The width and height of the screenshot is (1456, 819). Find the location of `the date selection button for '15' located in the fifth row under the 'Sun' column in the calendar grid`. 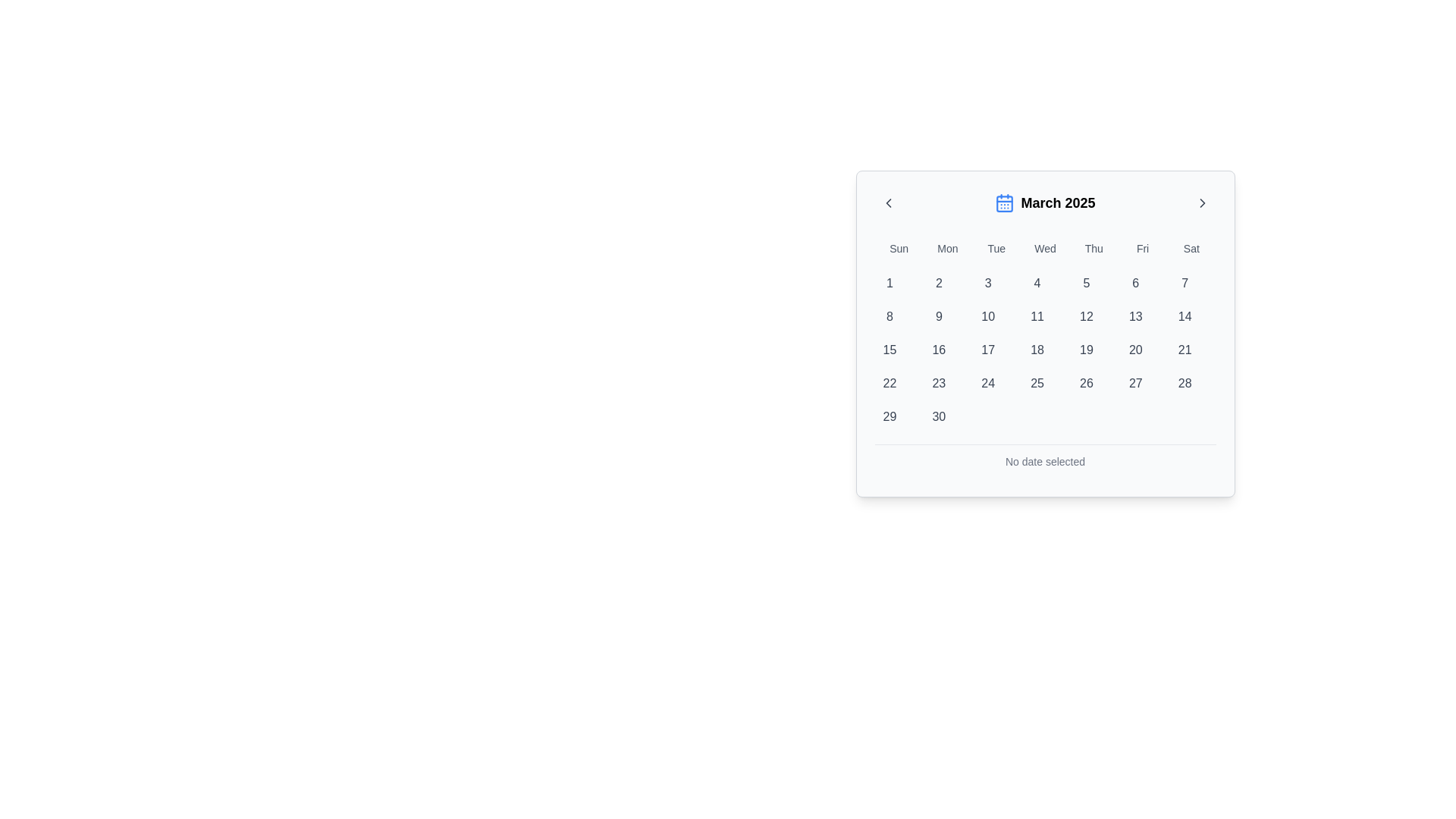

the date selection button for '15' located in the fifth row under the 'Sun' column in the calendar grid is located at coordinates (890, 350).